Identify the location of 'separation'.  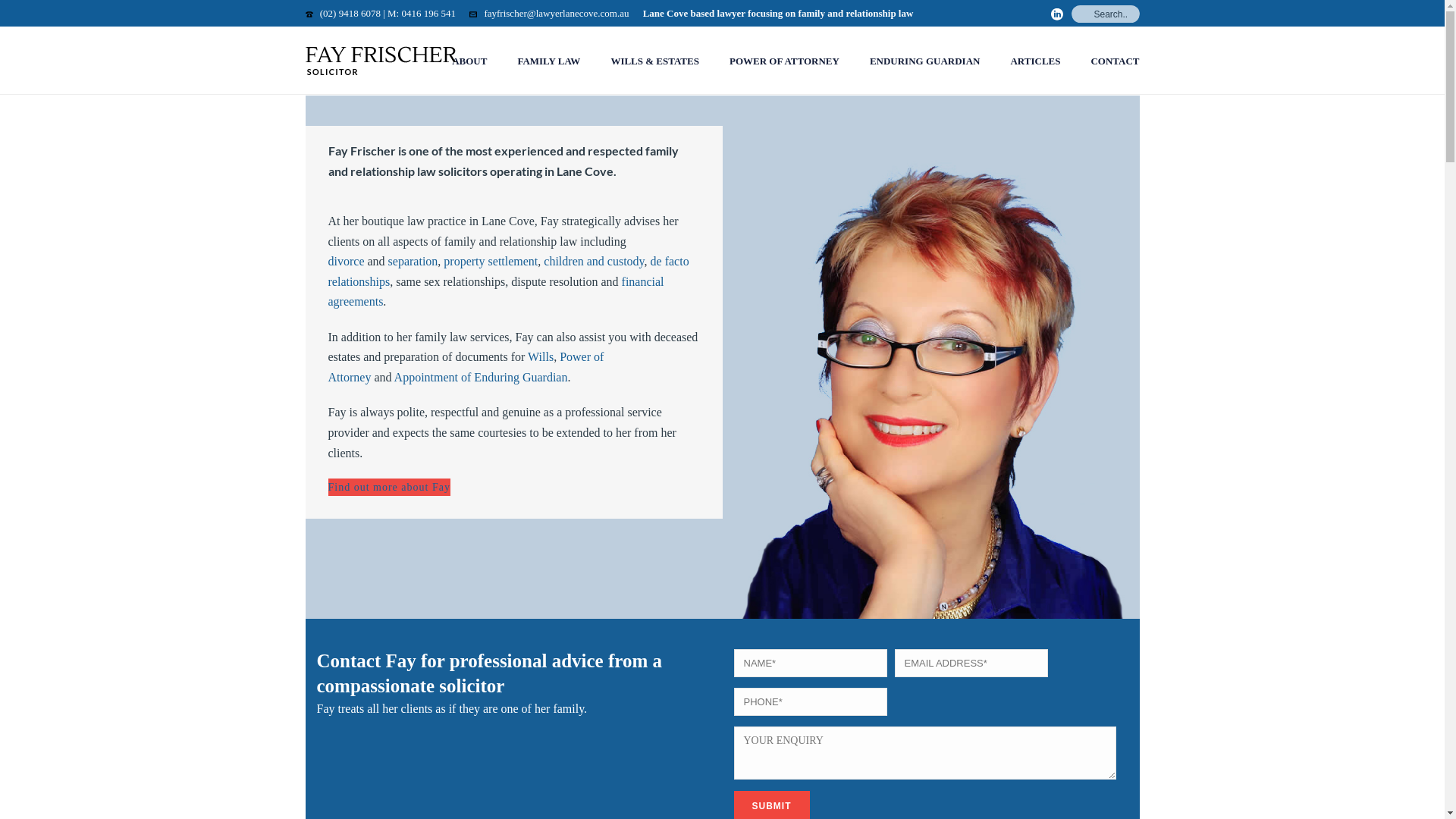
(413, 260).